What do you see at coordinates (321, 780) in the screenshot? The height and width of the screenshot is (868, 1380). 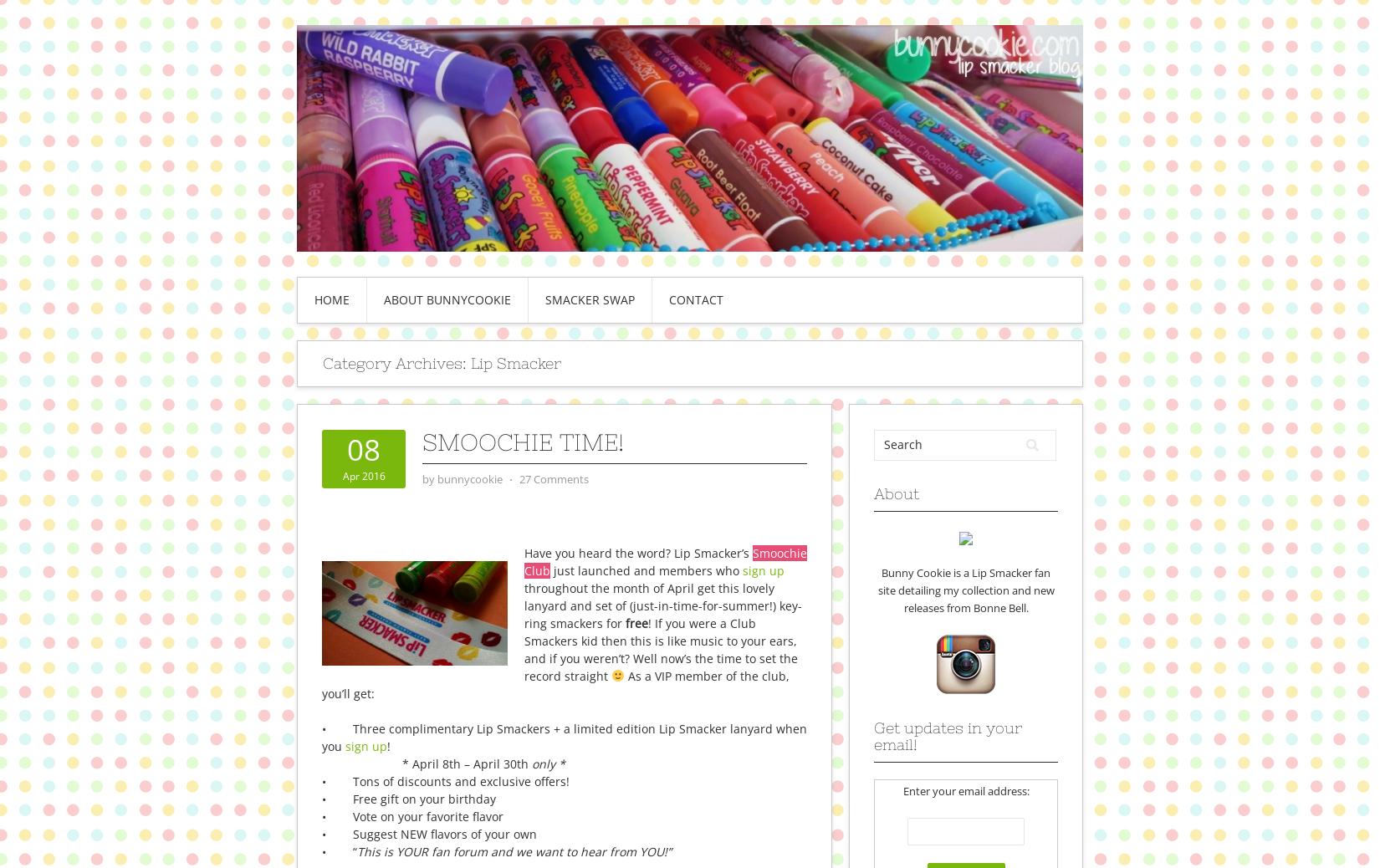 I see `'•        Tons of discounts and exclusive offers!'` at bounding box center [321, 780].